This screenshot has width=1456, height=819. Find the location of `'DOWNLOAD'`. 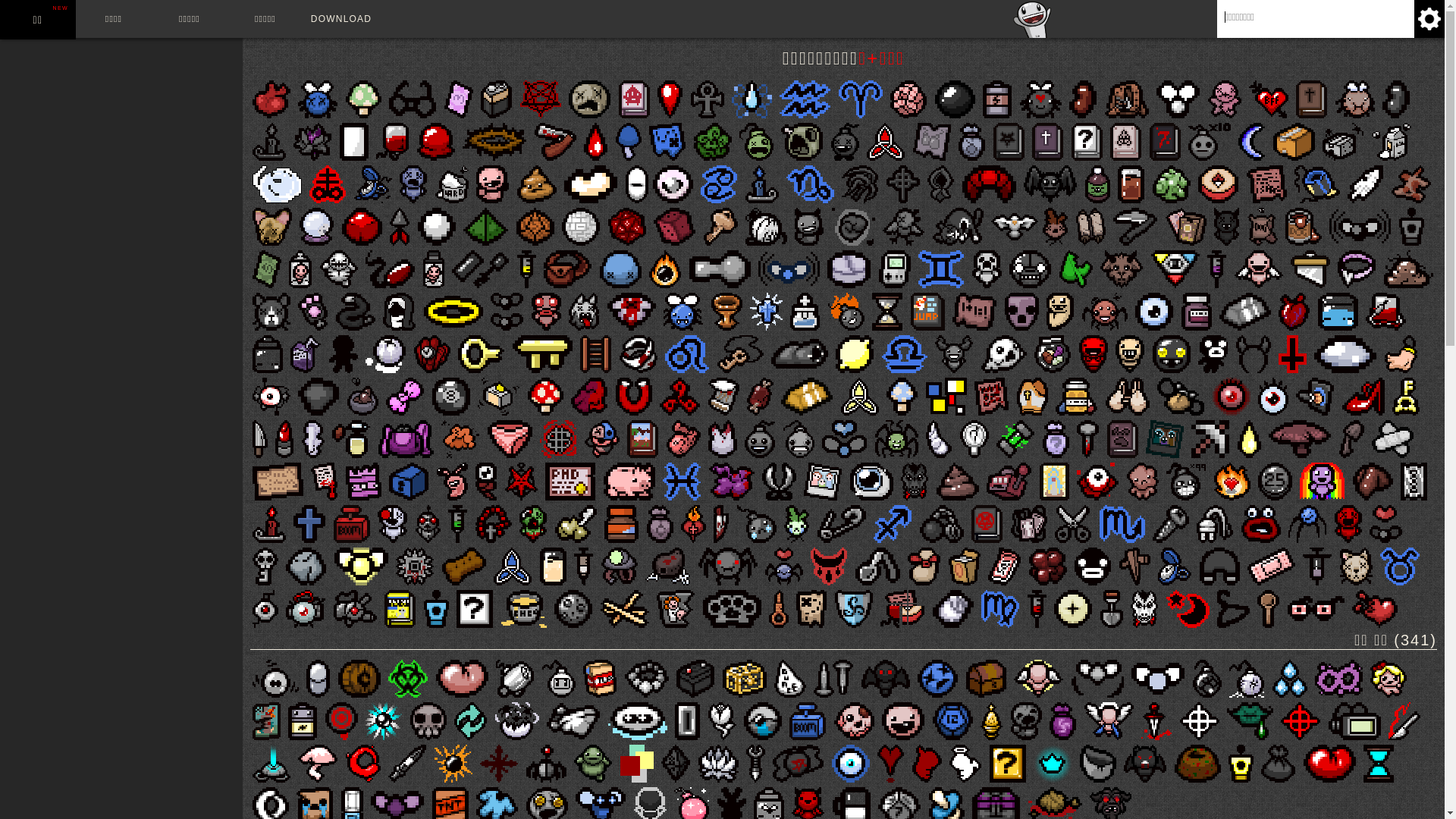

'DOWNLOAD' is located at coordinates (340, 18).